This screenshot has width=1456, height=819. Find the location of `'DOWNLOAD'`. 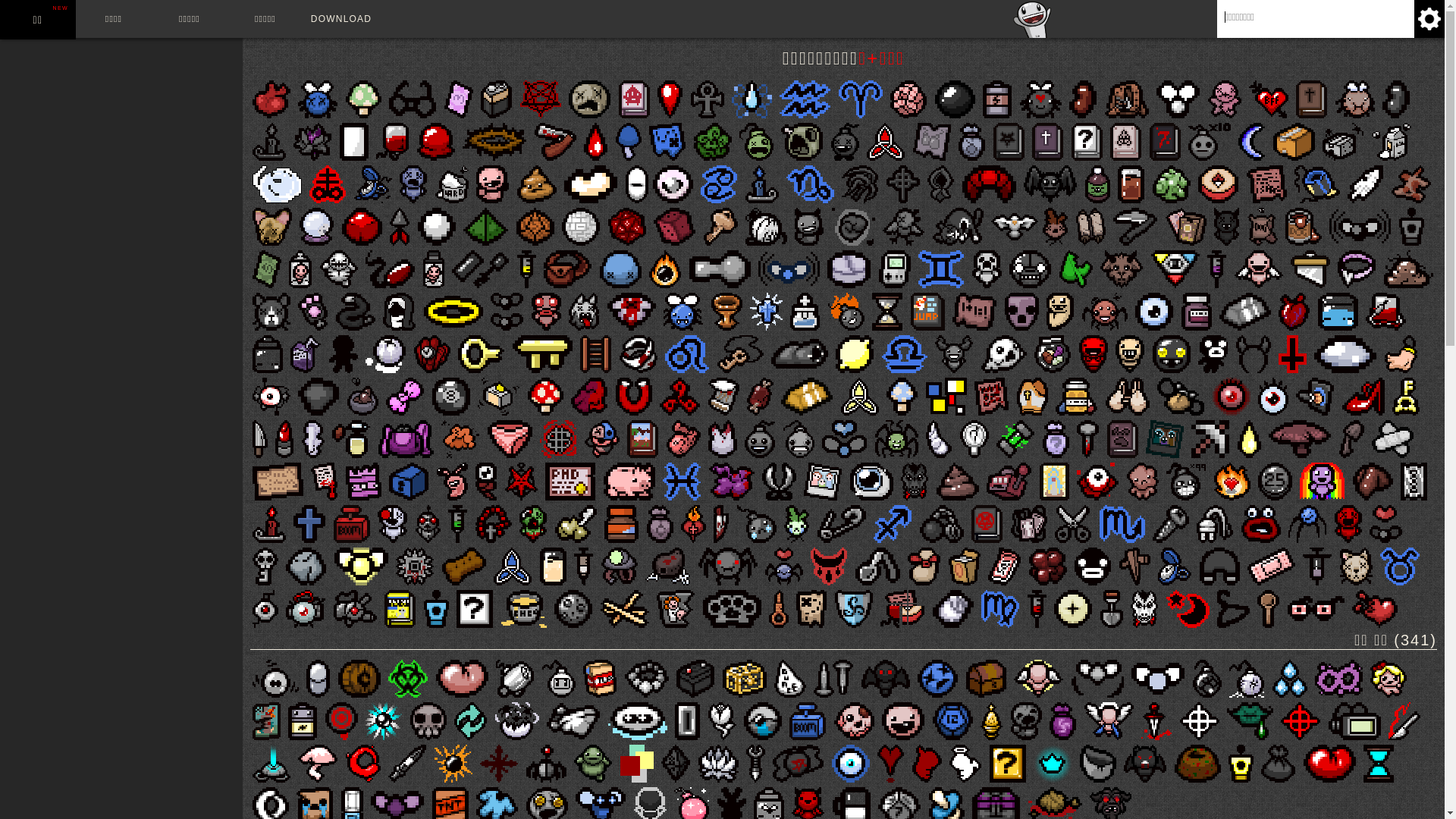

'DOWNLOAD' is located at coordinates (340, 18).